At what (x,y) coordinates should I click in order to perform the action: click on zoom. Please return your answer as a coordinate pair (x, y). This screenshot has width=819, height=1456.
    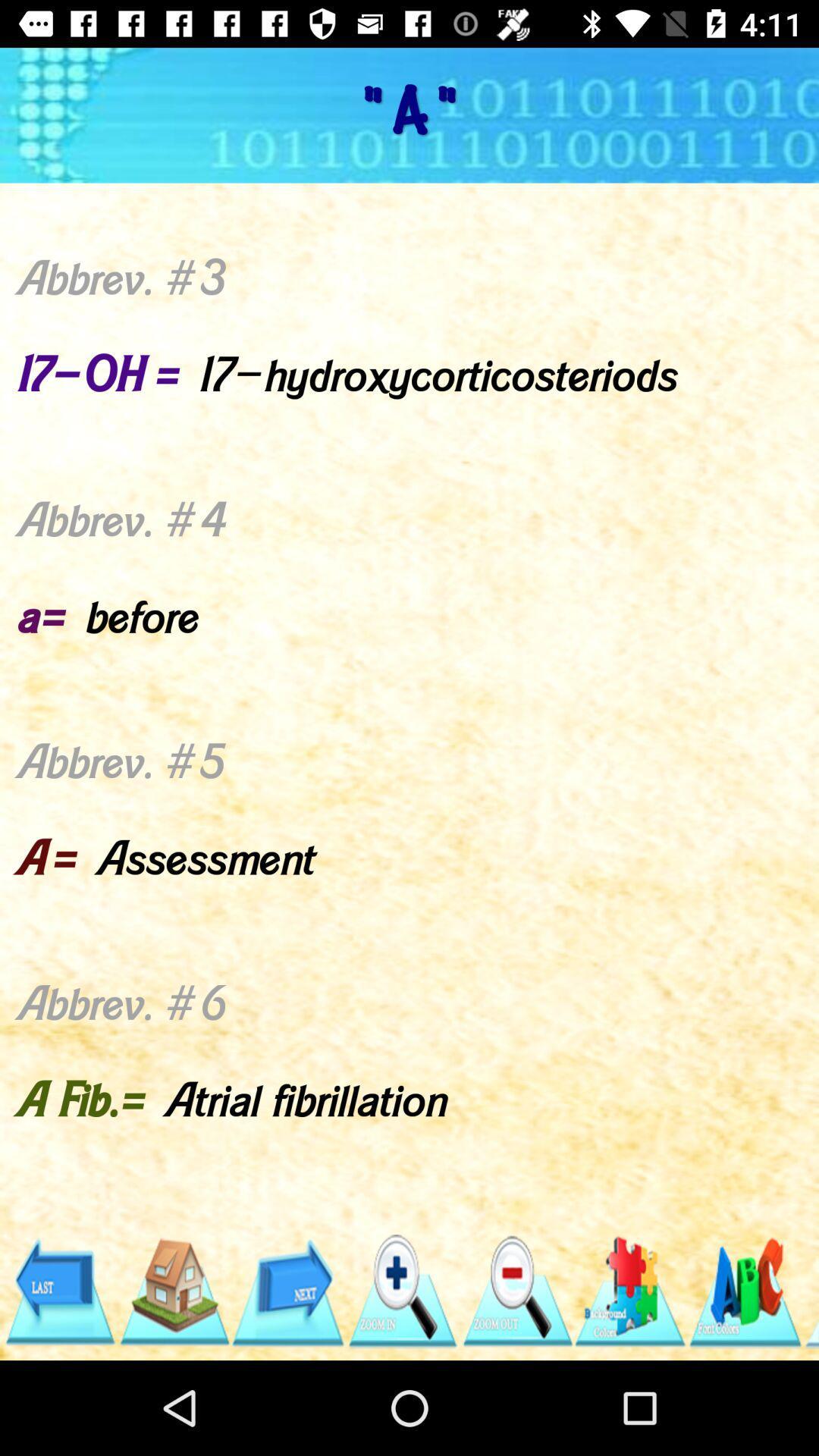
    Looking at the image, I should click on (401, 1291).